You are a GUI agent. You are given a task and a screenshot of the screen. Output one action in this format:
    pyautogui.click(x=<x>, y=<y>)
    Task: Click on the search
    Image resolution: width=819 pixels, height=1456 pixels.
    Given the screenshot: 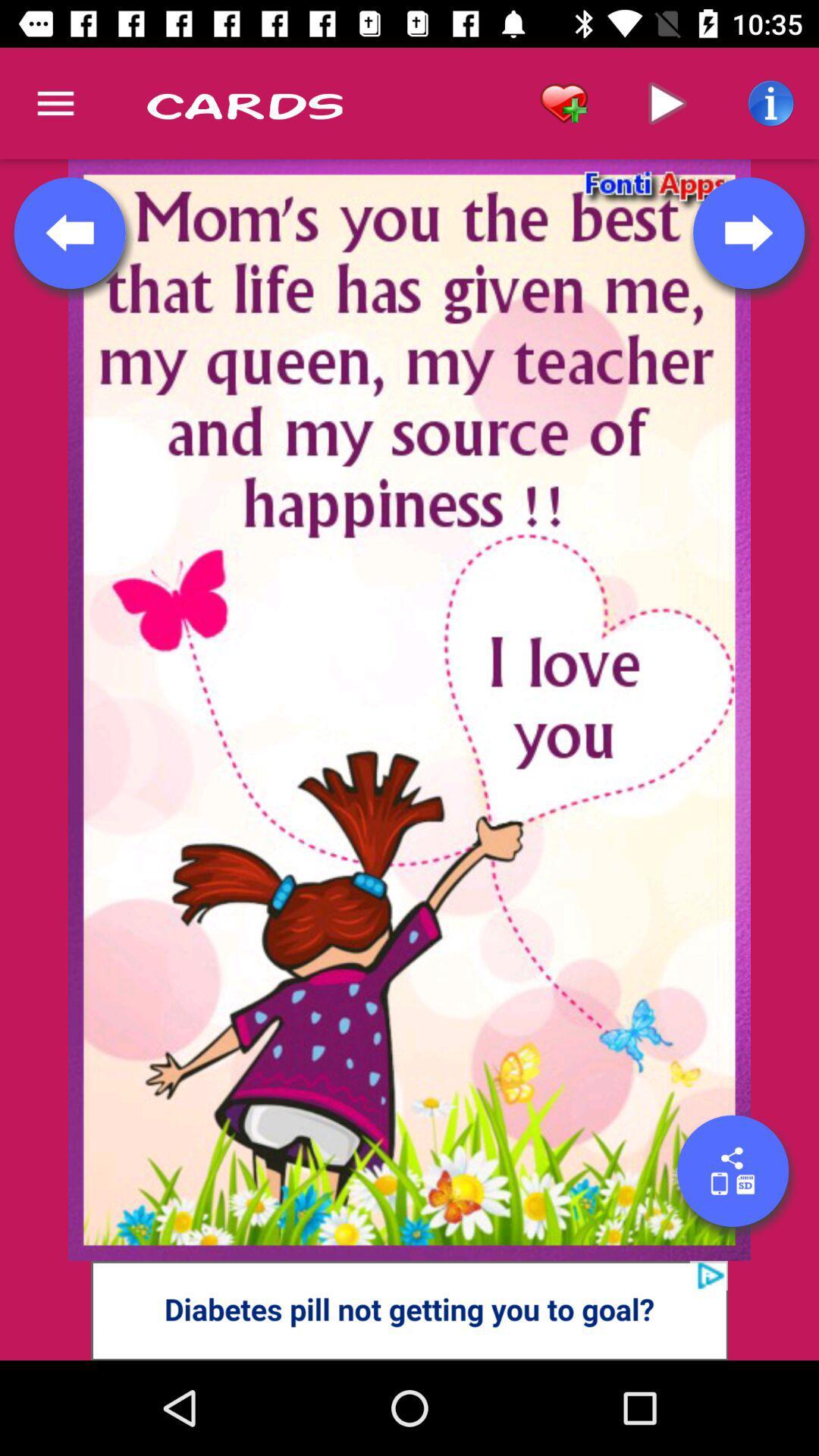 What is the action you would take?
    pyautogui.click(x=732, y=1170)
    